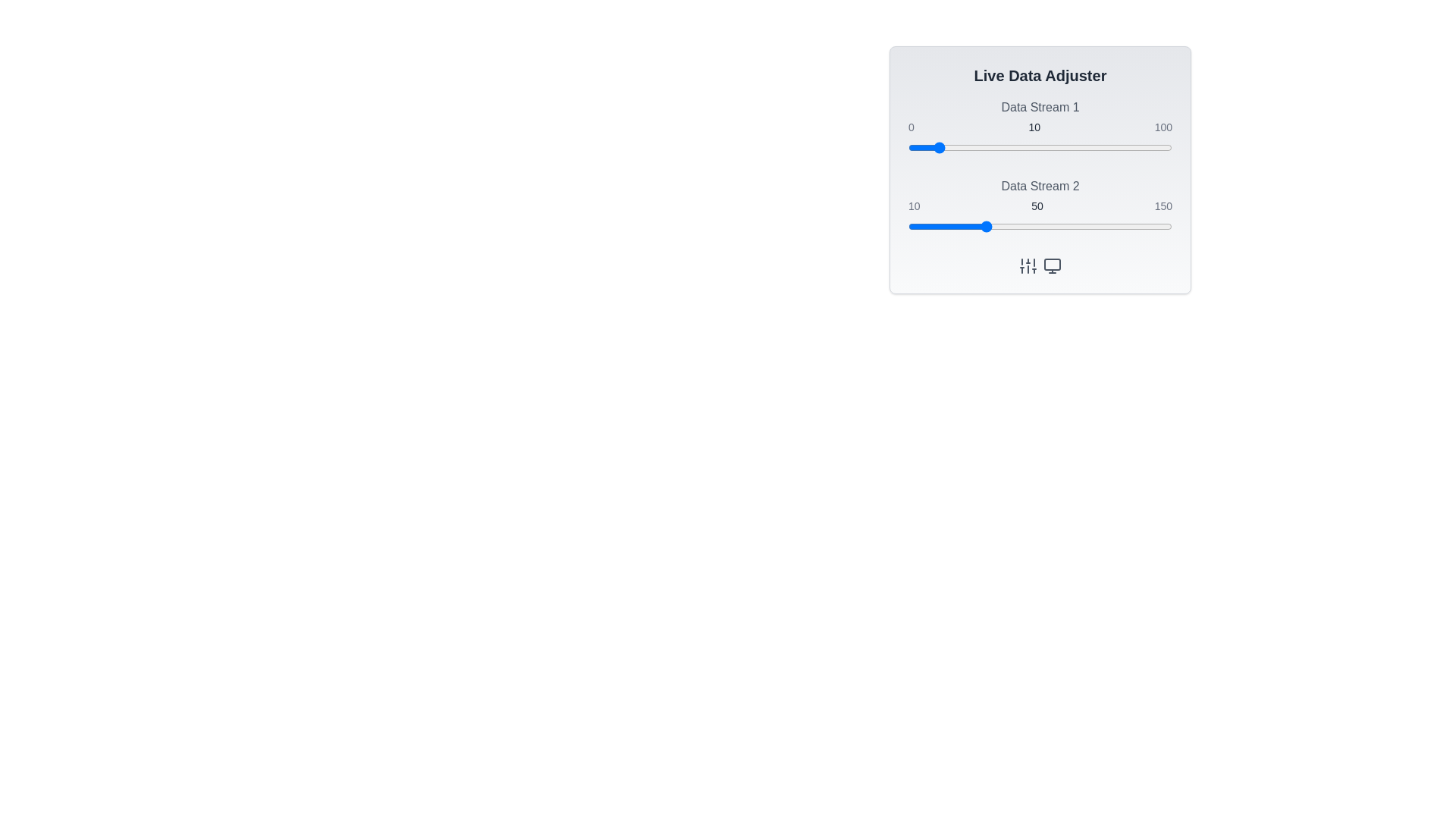  What do you see at coordinates (1143, 148) in the screenshot?
I see `the slider` at bounding box center [1143, 148].